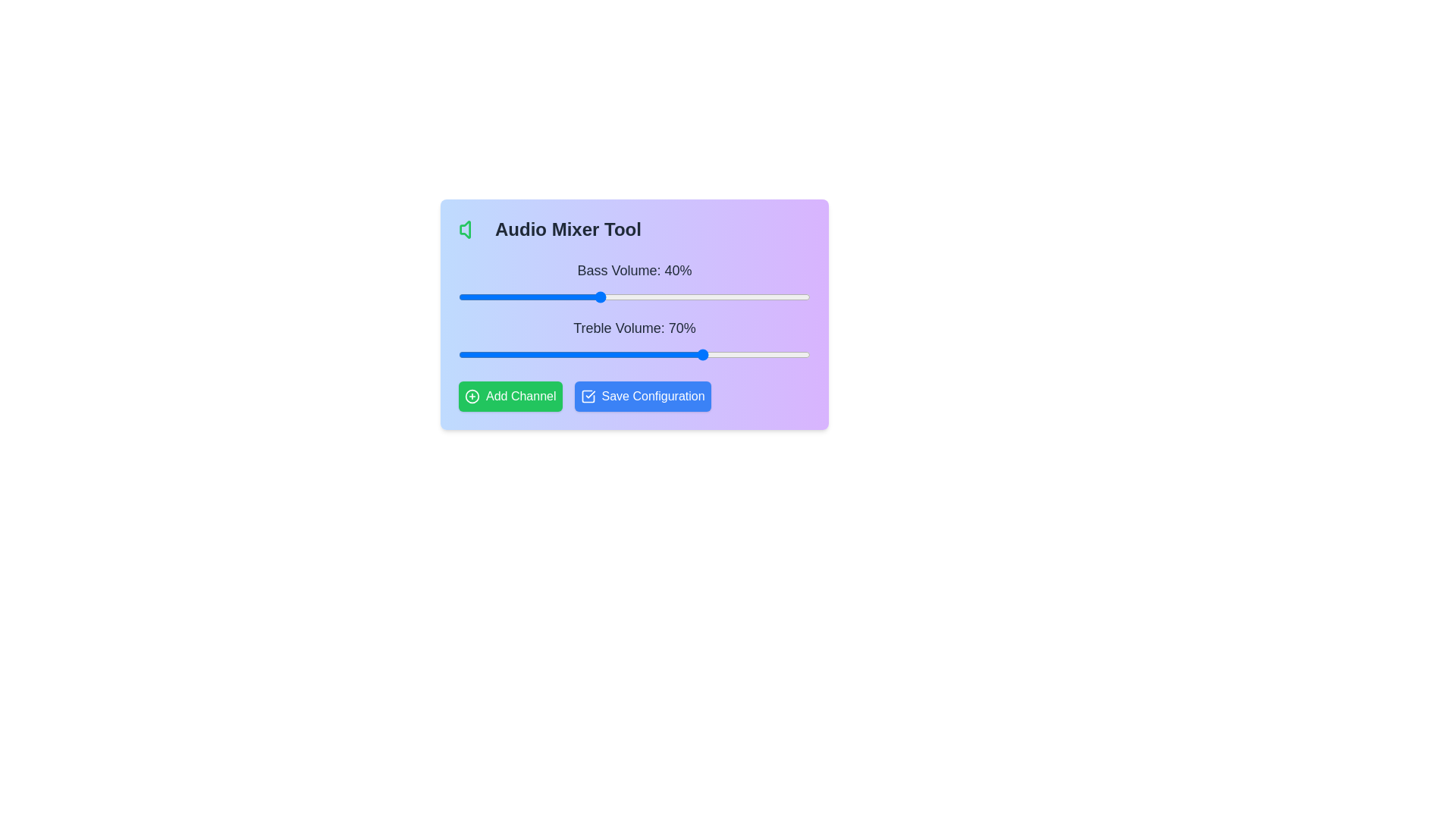  Describe the element at coordinates (634, 283) in the screenshot. I see `the Bass Volume slider control displaying 'Bass Volume: 40%'` at that location.